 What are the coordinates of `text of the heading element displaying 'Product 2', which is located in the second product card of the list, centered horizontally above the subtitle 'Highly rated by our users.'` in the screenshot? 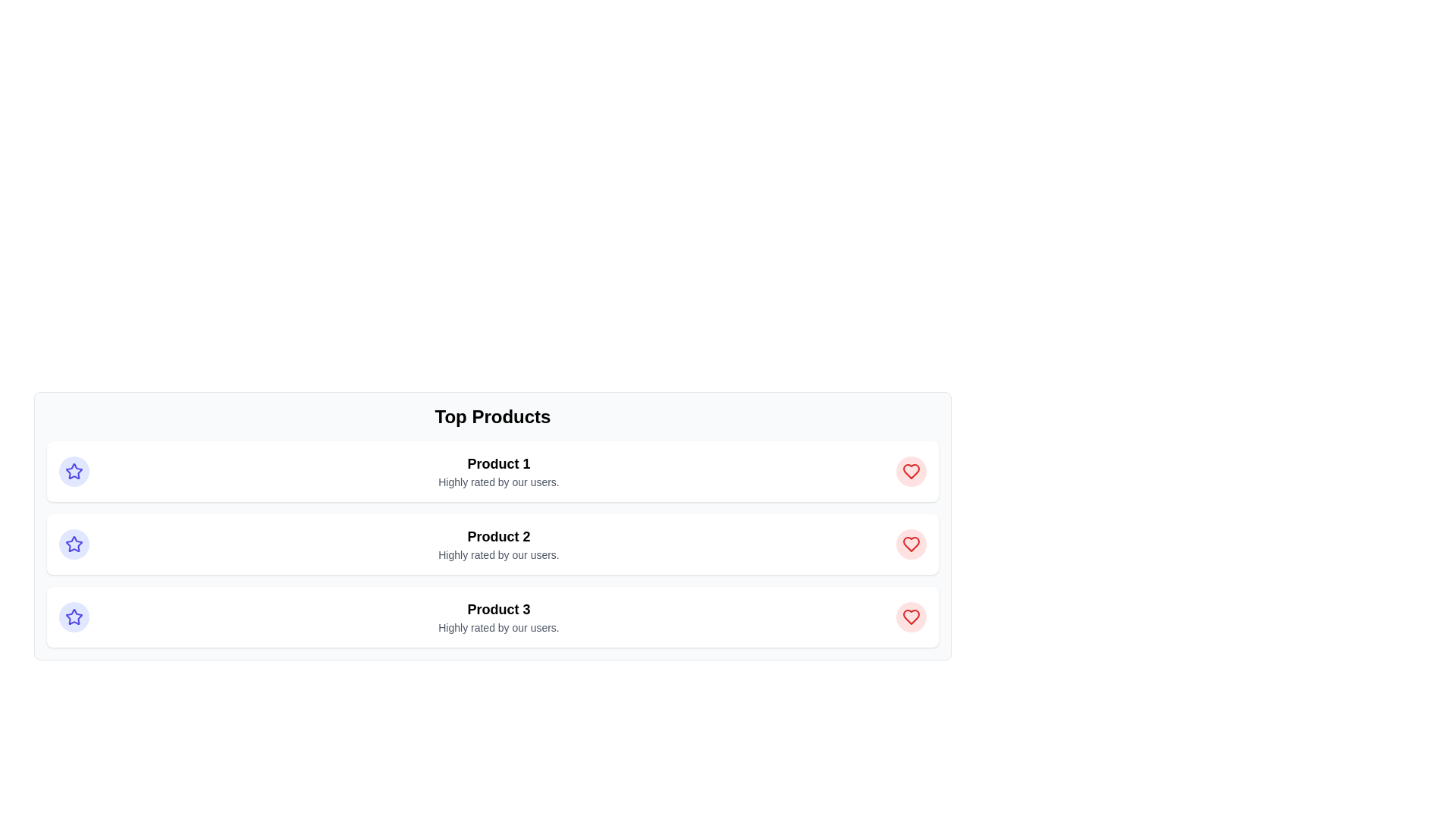 It's located at (498, 536).